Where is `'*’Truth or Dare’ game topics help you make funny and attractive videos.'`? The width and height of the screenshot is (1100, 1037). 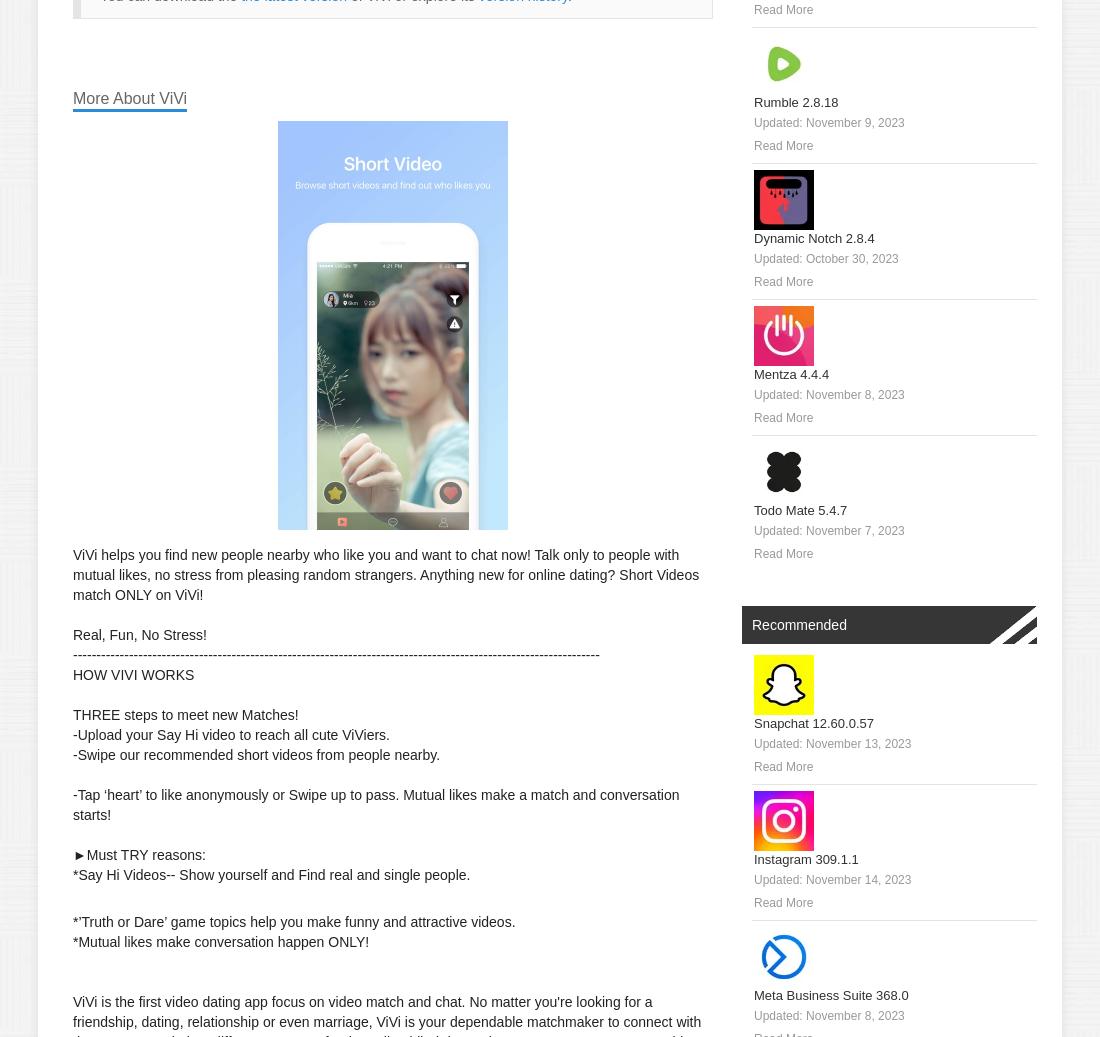 '*’Truth or Dare’ game topics help you make funny and attractive videos.' is located at coordinates (293, 921).